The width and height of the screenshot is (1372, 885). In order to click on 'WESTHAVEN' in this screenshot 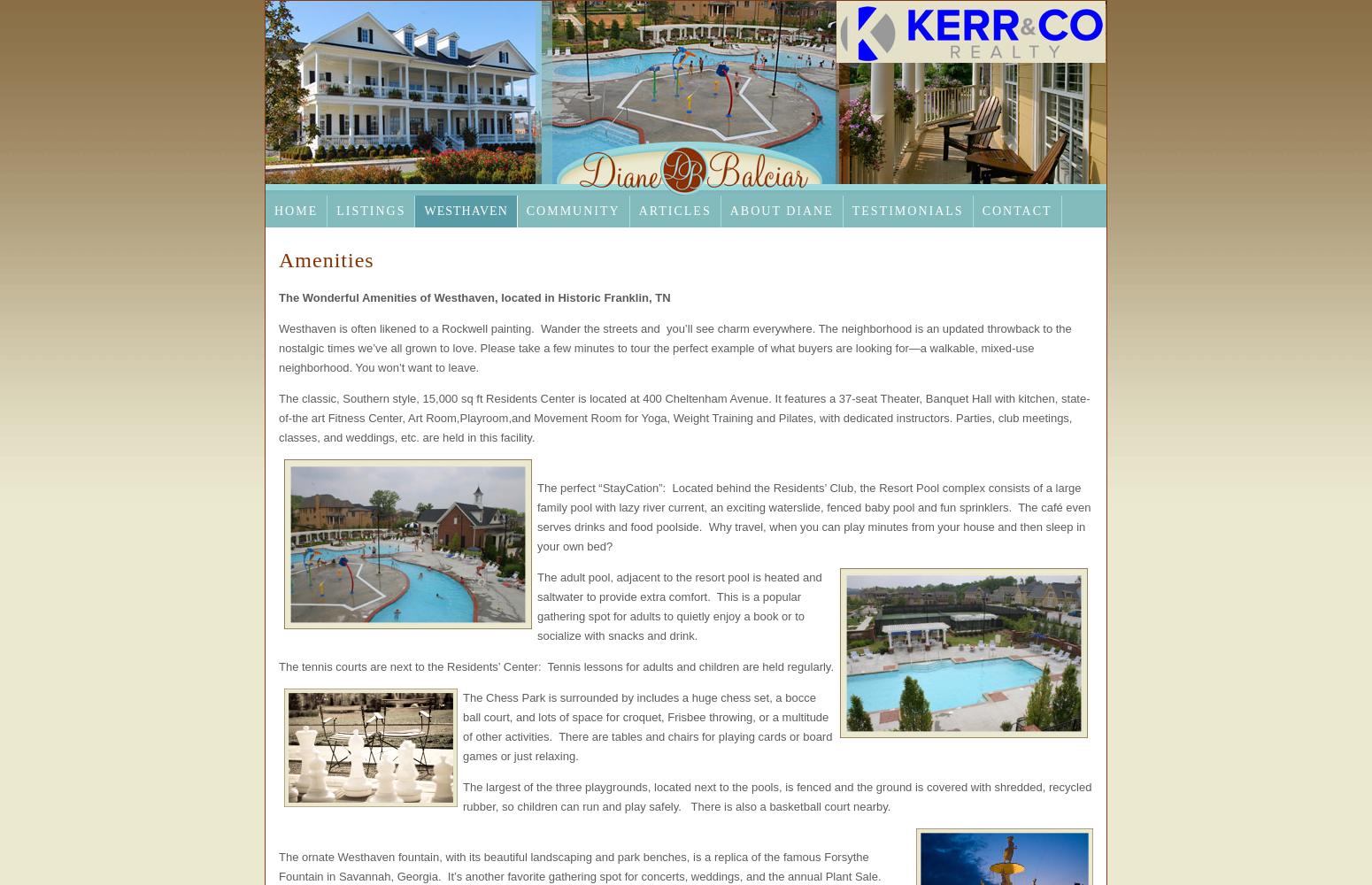, I will do `click(465, 210)`.